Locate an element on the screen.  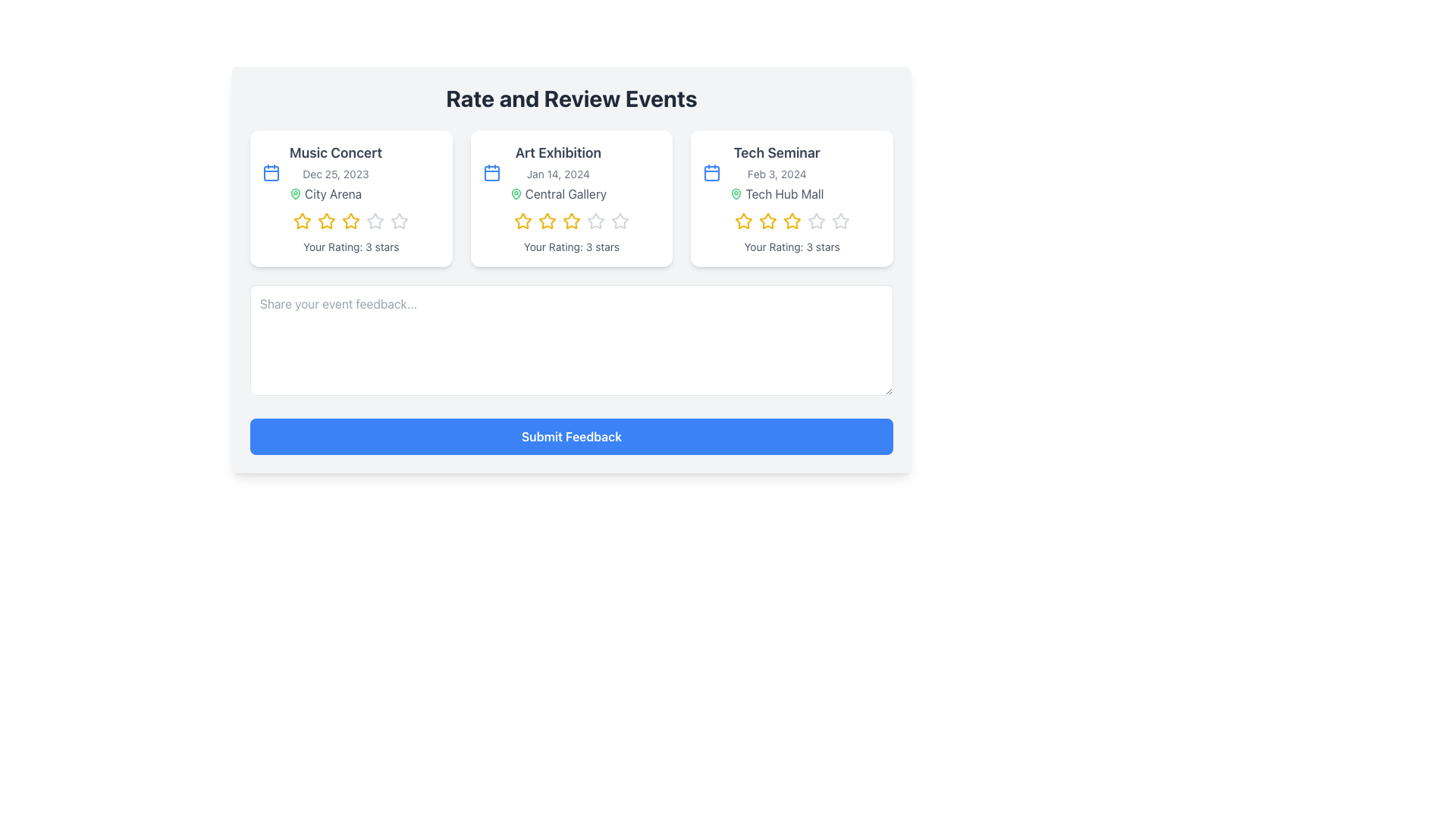
the central visual rectangle of the calendar icon representing the date for the 'Art Exhibition' event, located at the top-left corner of the event card is located at coordinates (491, 172).